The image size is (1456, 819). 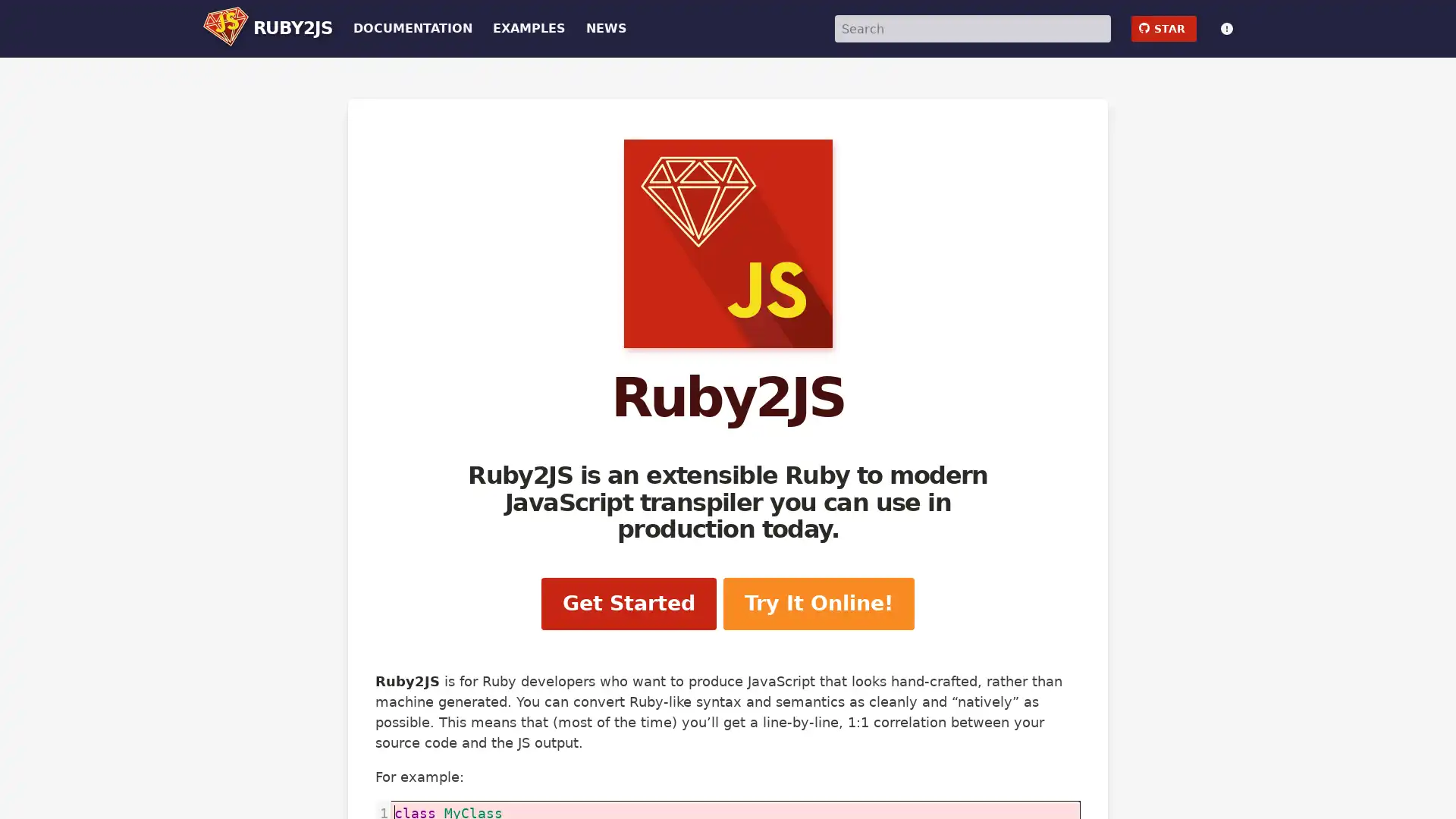 I want to click on github STAR, so click(x=1163, y=28).